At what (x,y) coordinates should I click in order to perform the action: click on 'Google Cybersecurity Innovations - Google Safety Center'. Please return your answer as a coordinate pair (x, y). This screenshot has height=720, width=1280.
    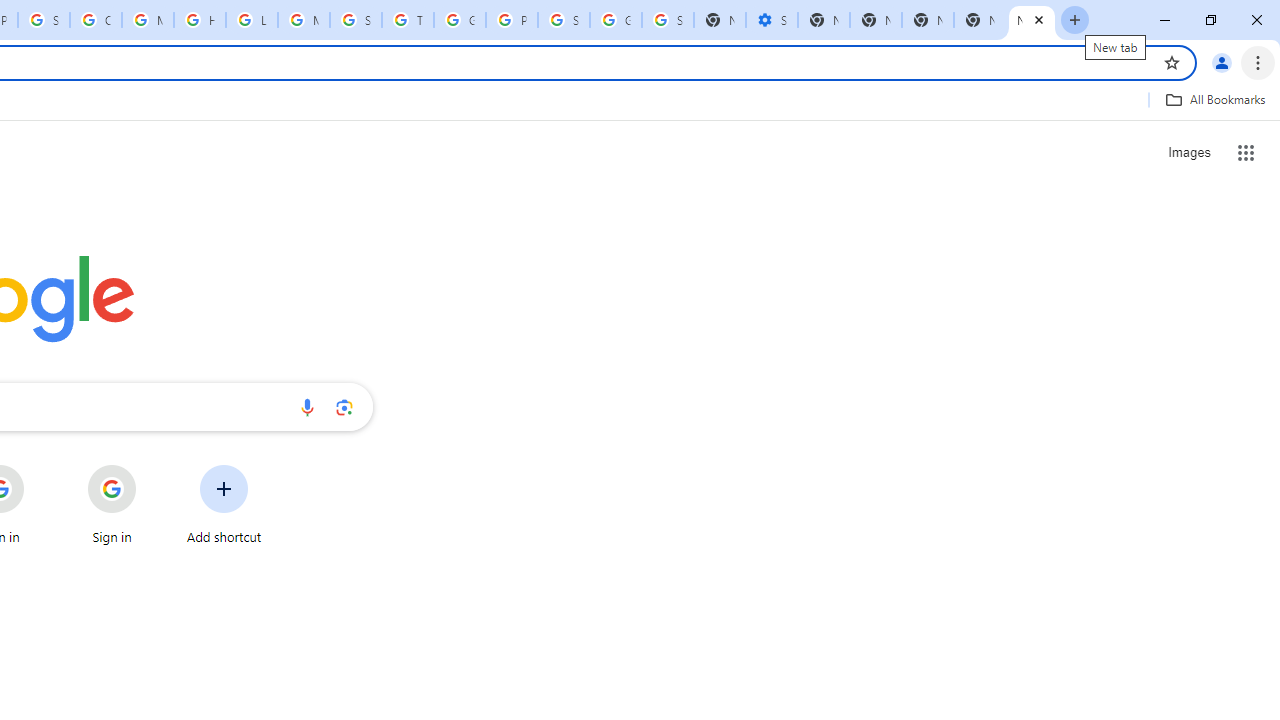
    Looking at the image, I should click on (615, 20).